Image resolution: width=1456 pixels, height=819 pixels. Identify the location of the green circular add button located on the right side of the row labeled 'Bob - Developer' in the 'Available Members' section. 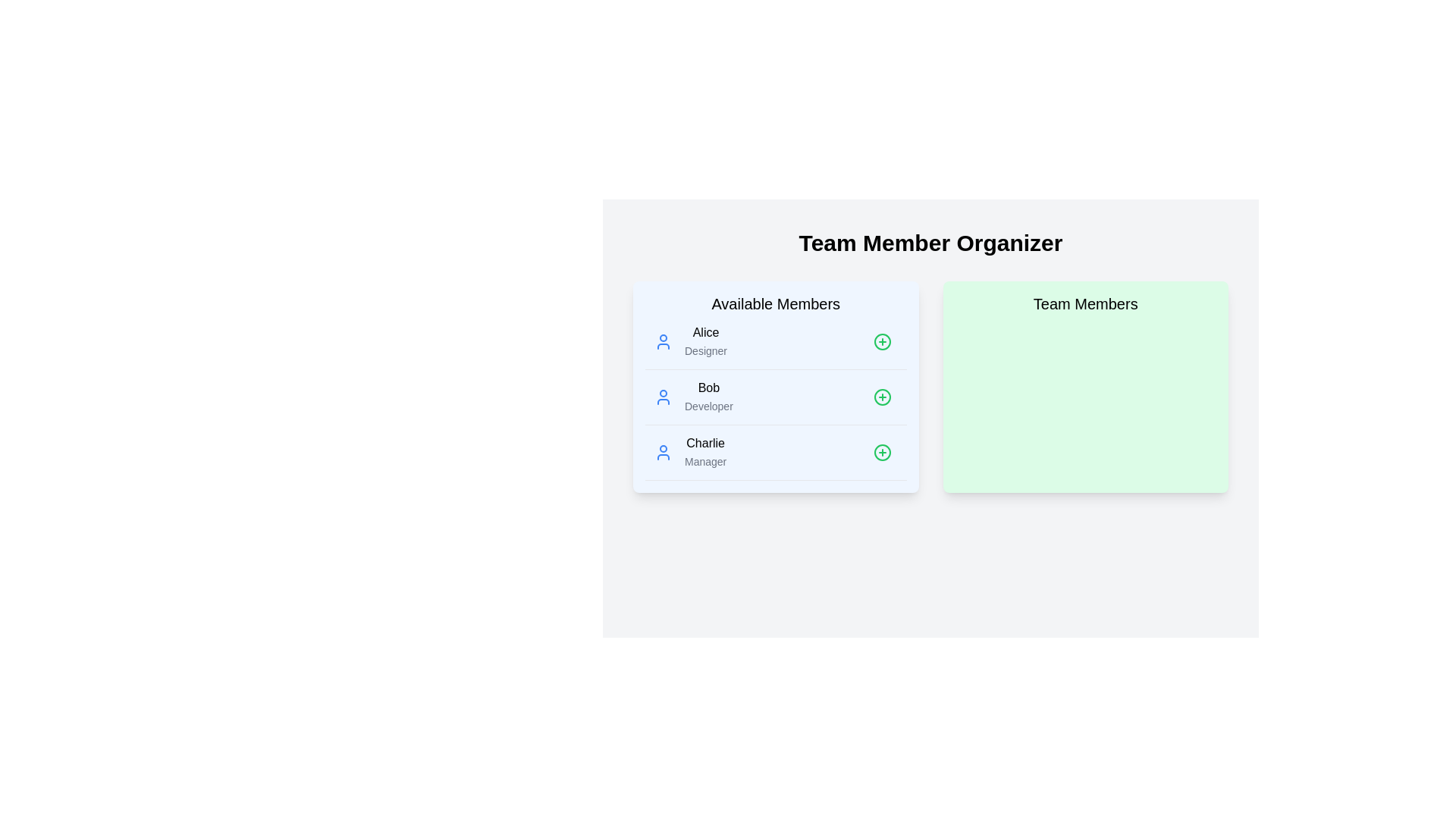
(882, 397).